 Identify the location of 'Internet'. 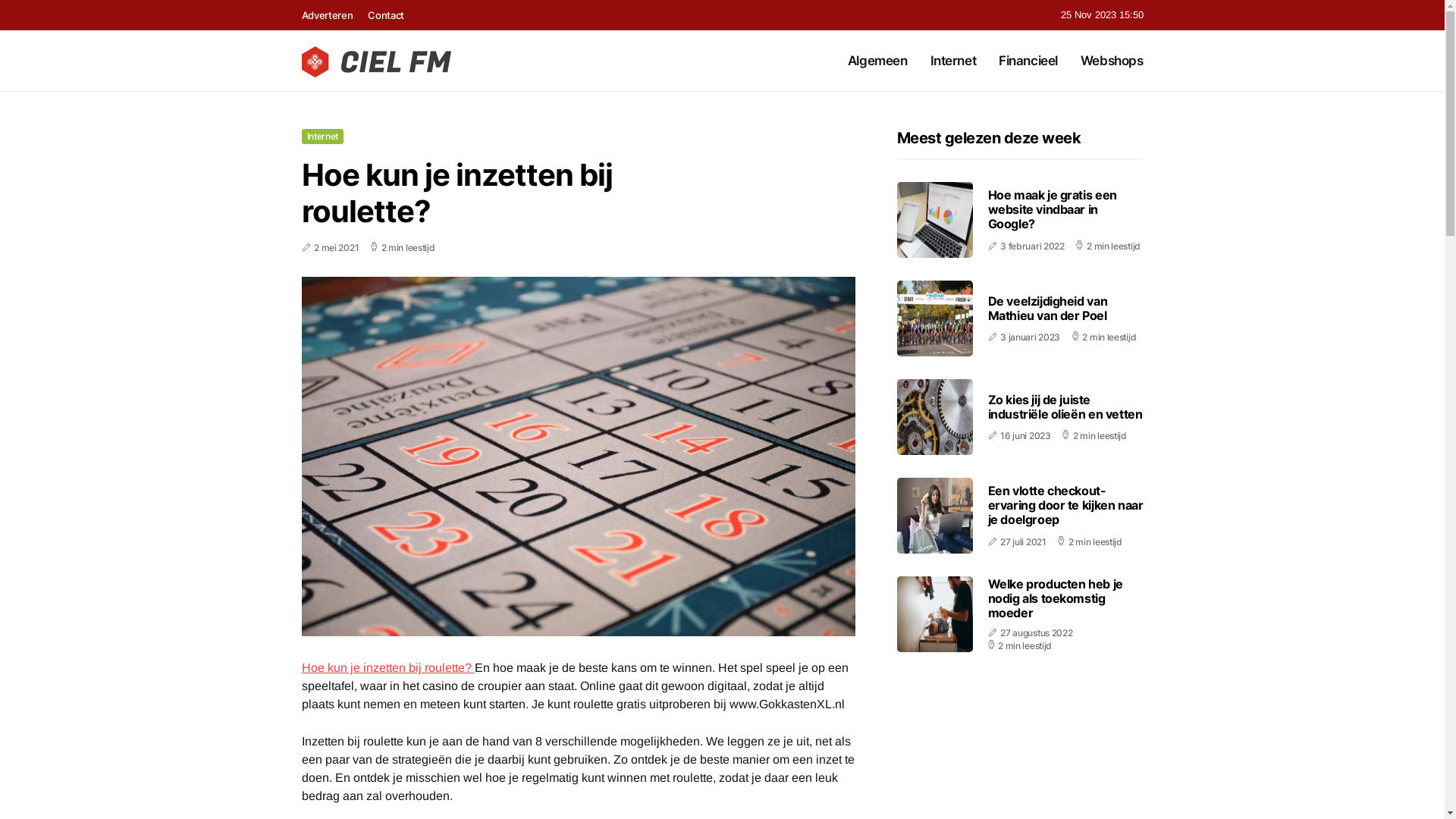
(930, 60).